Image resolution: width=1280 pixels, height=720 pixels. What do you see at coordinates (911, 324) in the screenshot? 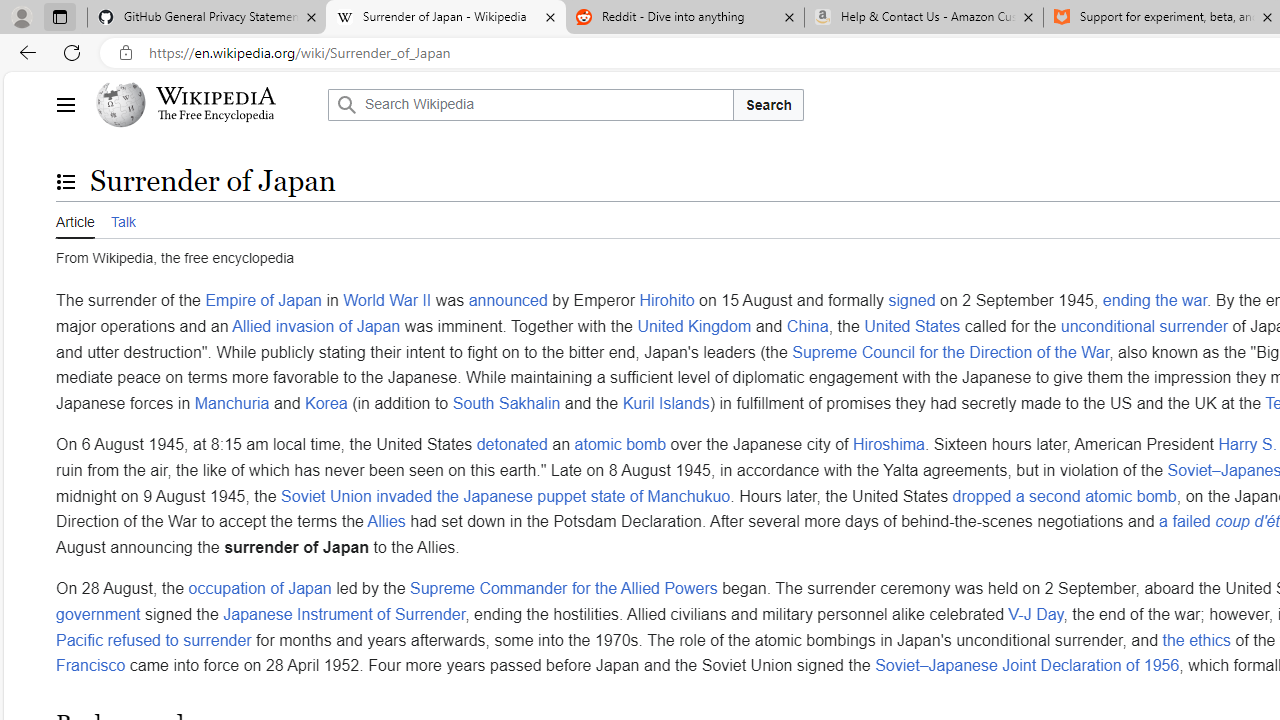
I see `'United States'` at bounding box center [911, 324].